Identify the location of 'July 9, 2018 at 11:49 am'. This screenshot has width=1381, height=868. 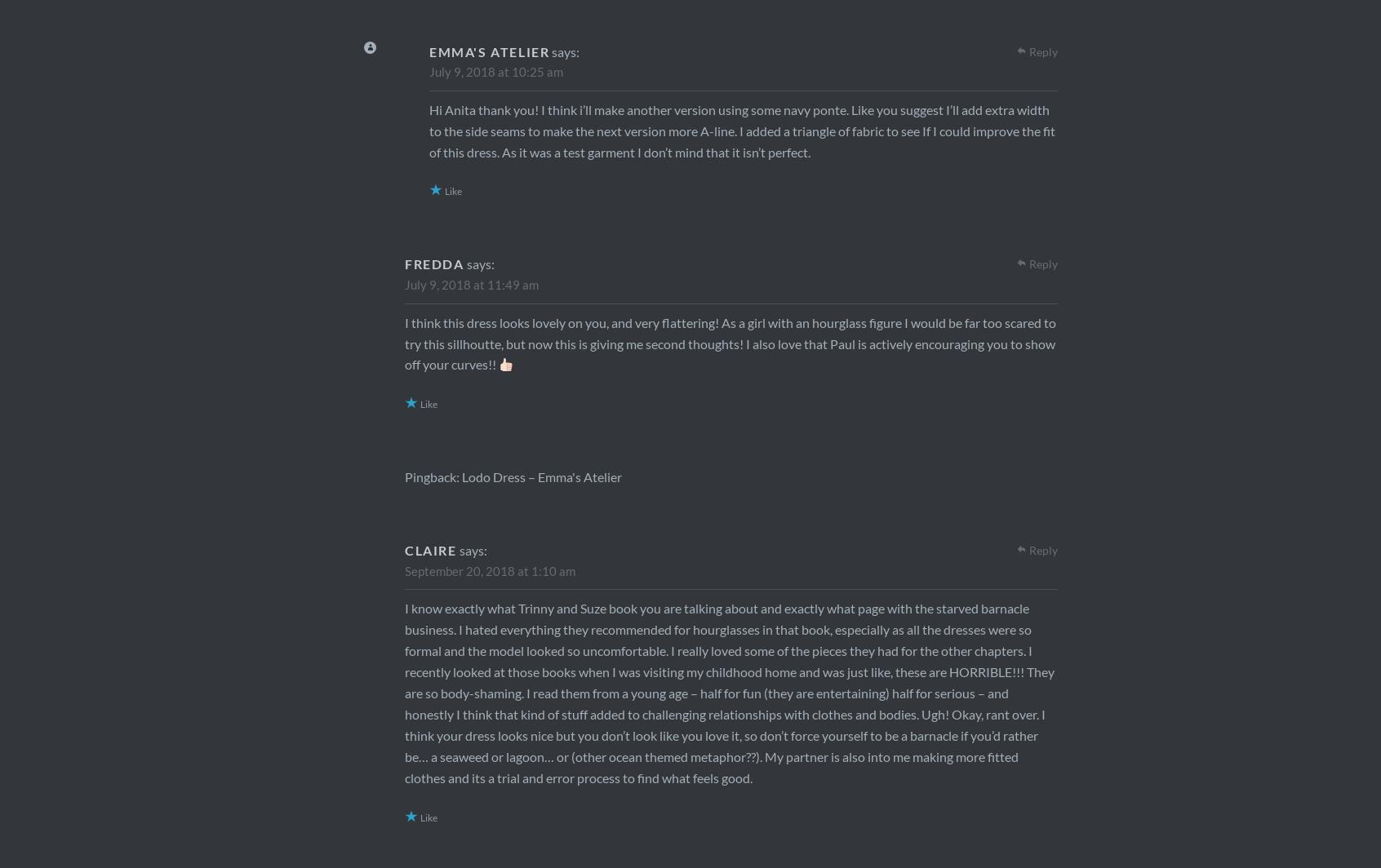
(470, 284).